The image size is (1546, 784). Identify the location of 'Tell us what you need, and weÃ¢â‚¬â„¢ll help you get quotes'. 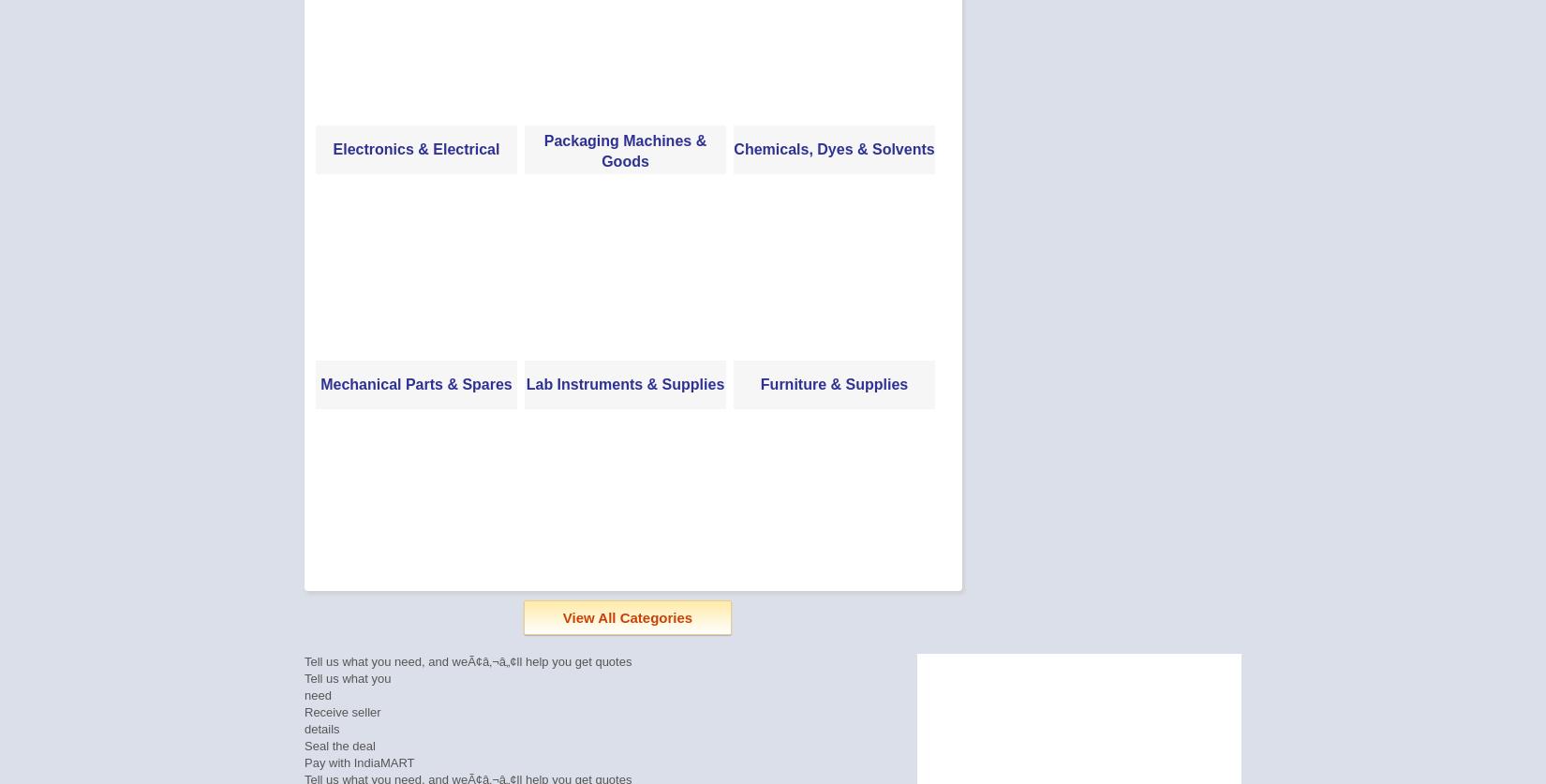
(467, 660).